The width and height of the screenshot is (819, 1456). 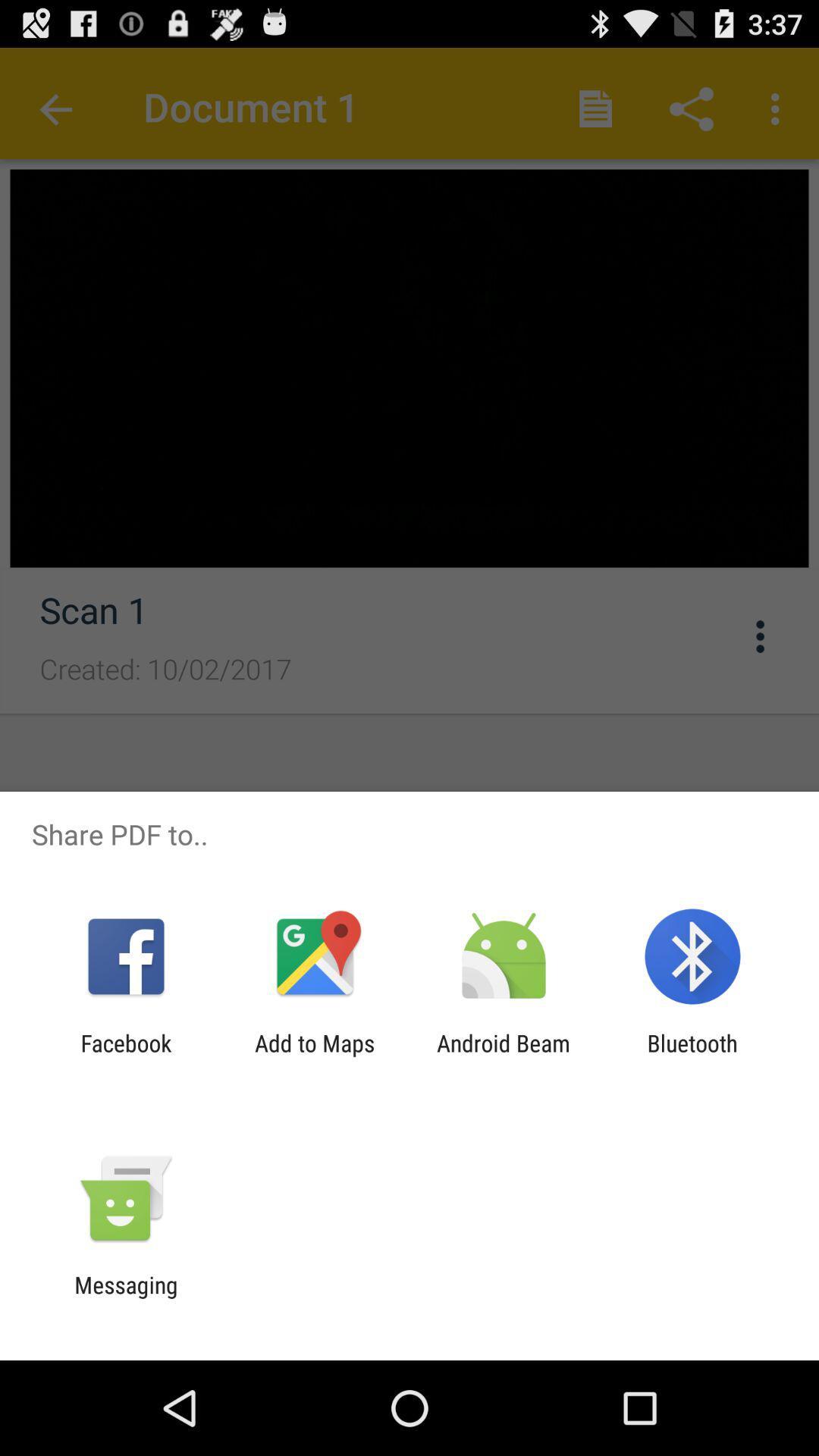 I want to click on the item next to android beam, so click(x=314, y=1056).